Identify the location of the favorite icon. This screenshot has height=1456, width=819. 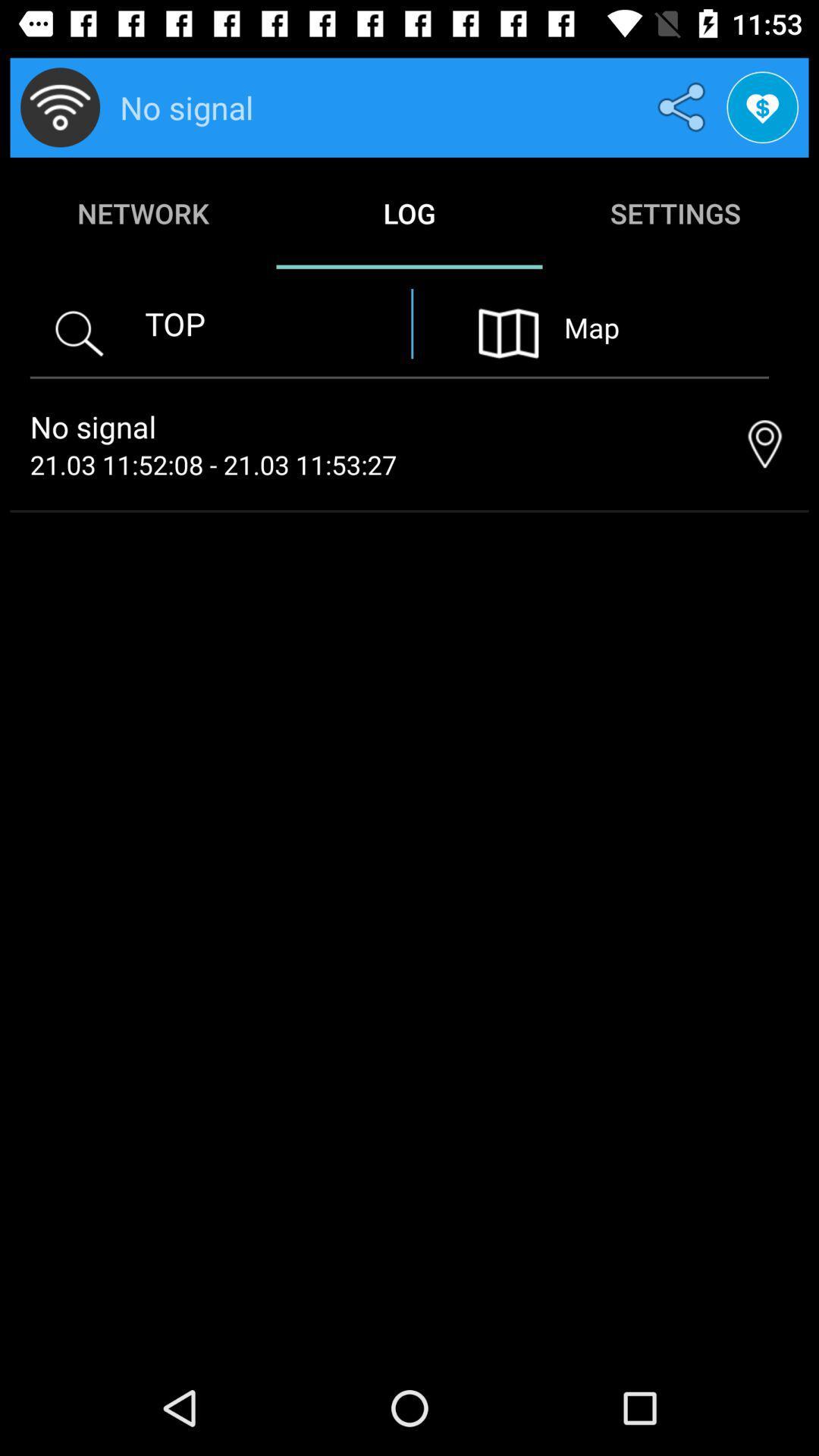
(762, 106).